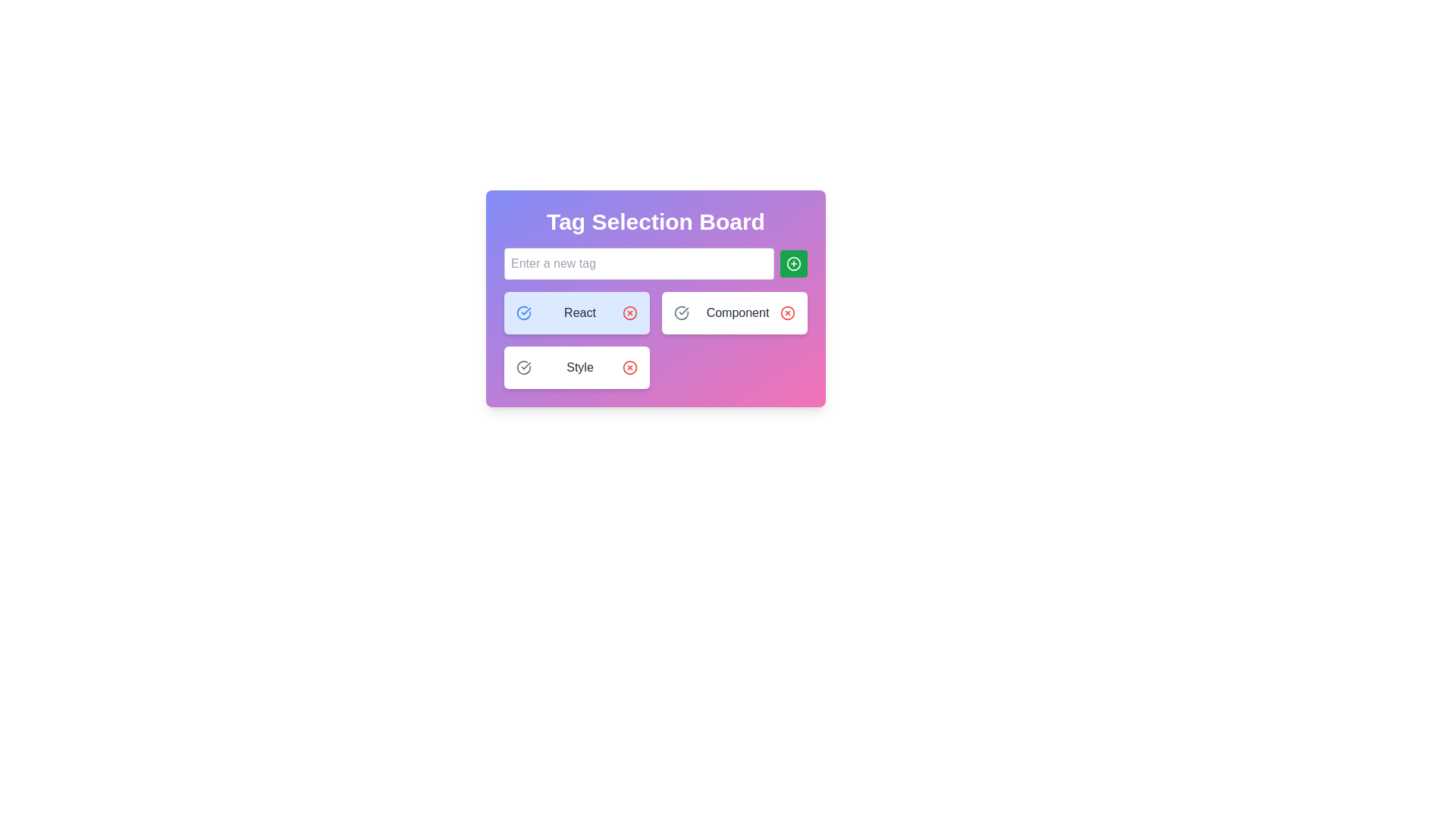  I want to click on the compact circular green button with a white plus icon, located to the right of the 'Enter a new tag.' text input field, so click(792, 262).